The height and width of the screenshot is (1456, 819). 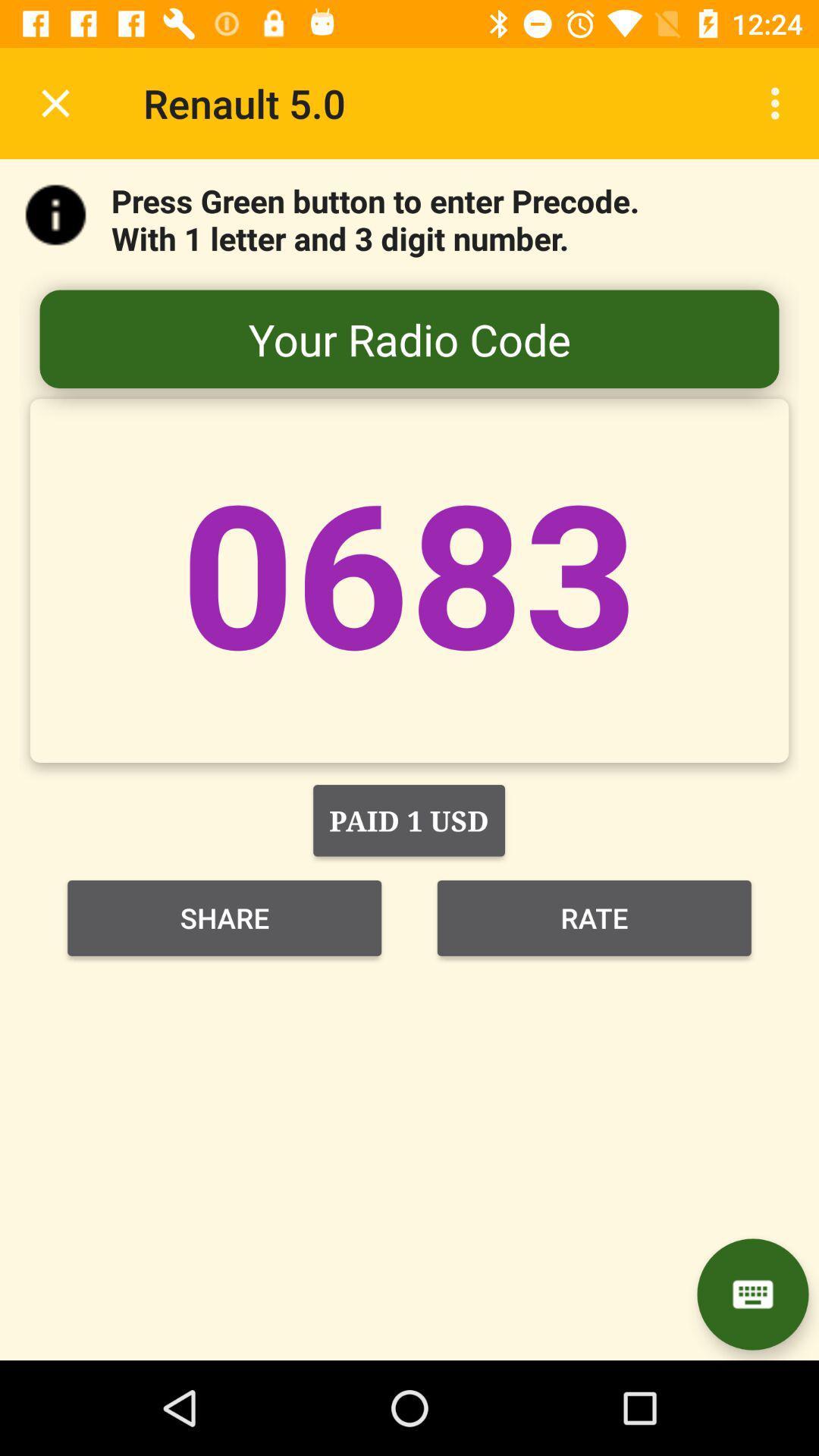 I want to click on item to the left of rate item, so click(x=224, y=917).